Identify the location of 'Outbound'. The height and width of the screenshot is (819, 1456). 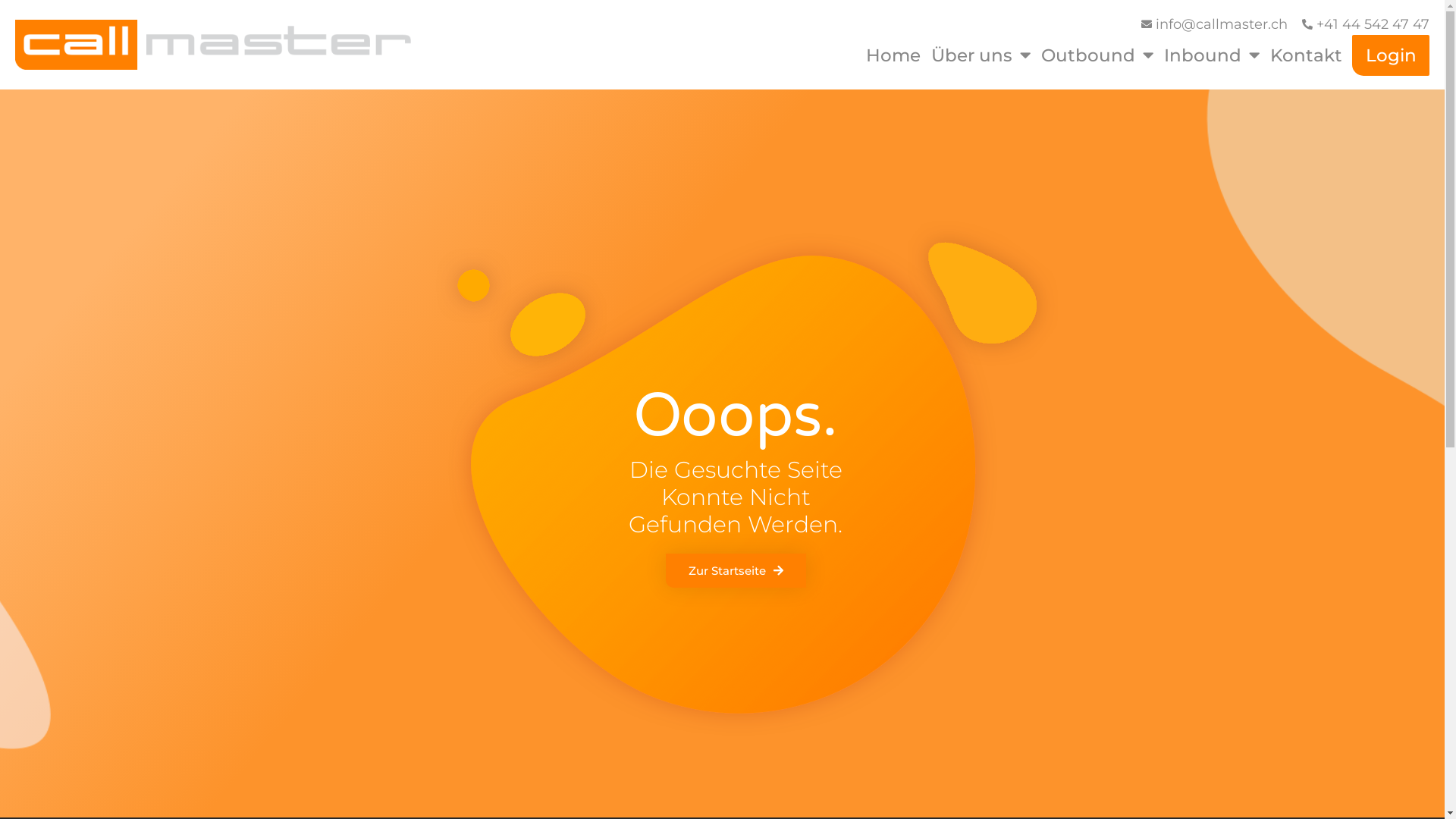
(1097, 55).